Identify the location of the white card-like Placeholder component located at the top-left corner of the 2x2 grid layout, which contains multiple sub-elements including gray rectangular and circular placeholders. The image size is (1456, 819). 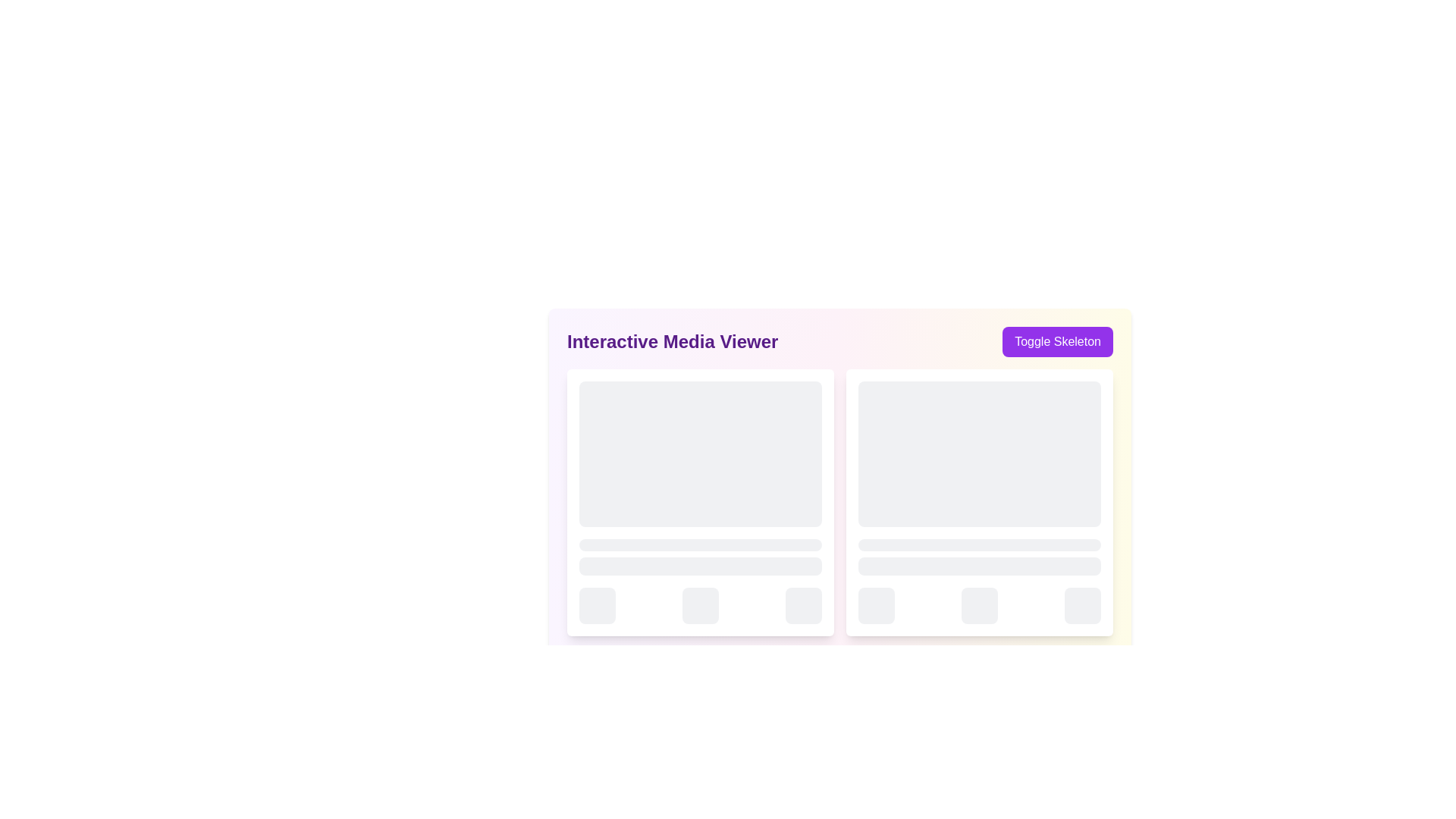
(700, 503).